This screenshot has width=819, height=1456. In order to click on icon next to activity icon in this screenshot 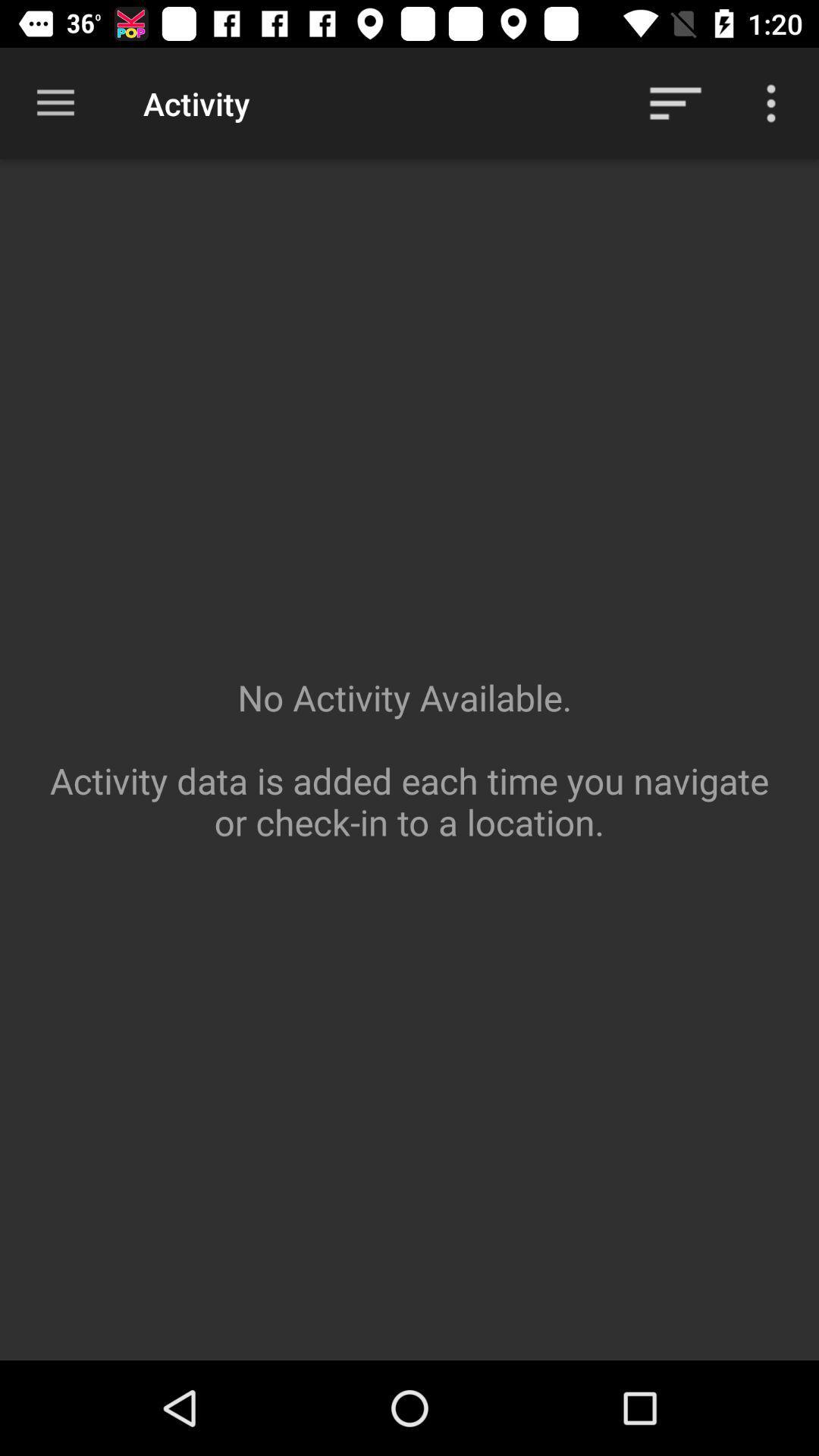, I will do `click(55, 102)`.